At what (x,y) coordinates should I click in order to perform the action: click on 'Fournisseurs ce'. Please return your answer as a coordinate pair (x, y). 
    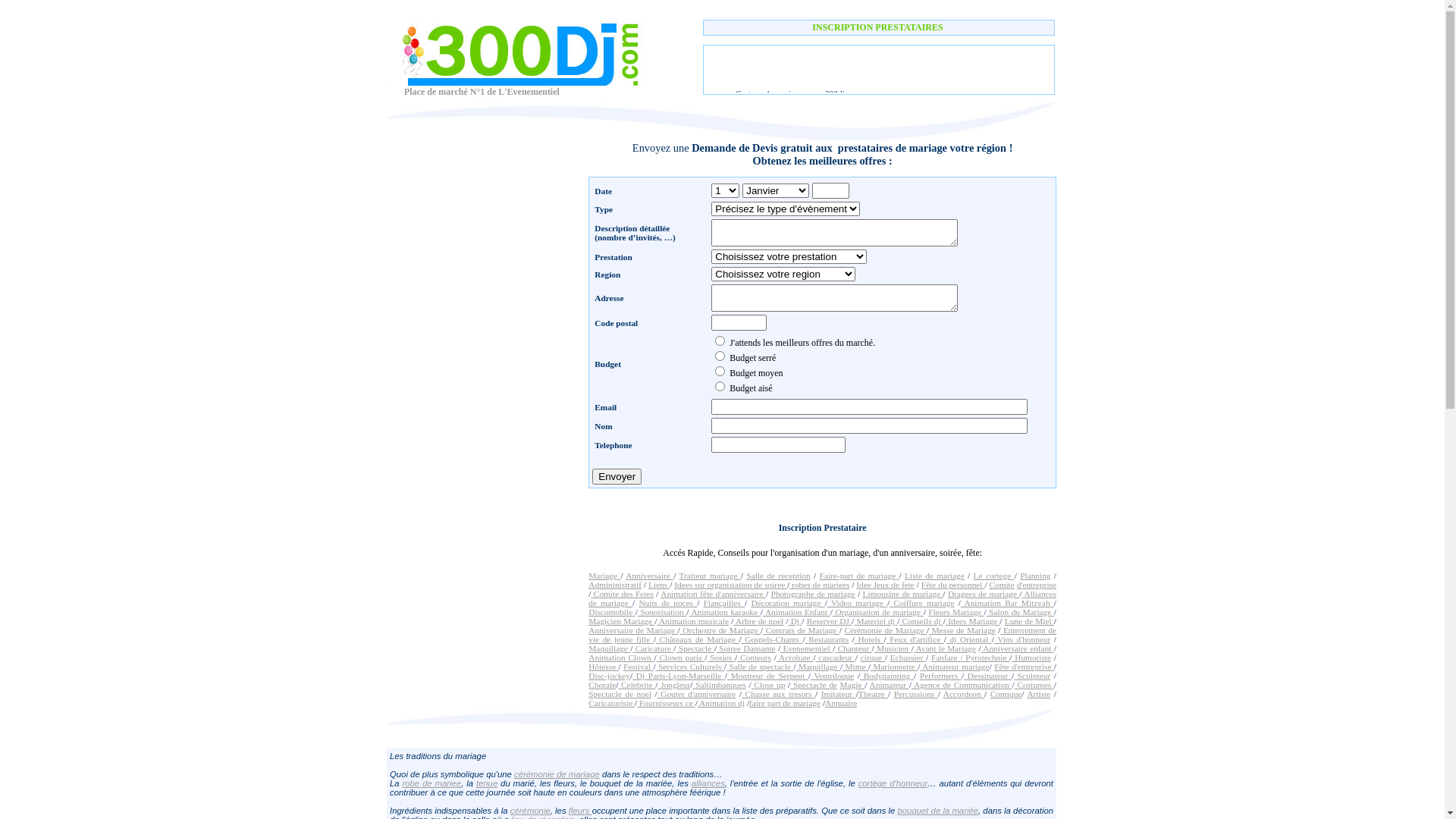
    Looking at the image, I should click on (666, 702).